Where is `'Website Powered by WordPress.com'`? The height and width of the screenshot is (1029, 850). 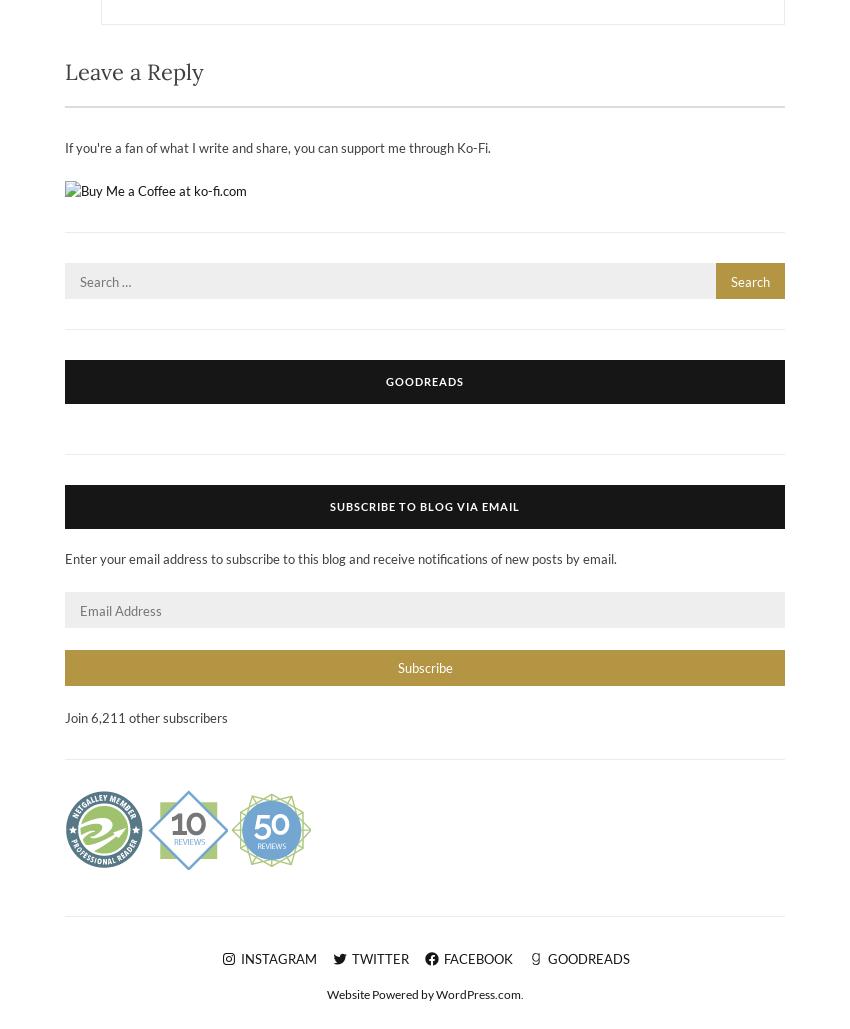 'Website Powered by WordPress.com' is located at coordinates (422, 992).